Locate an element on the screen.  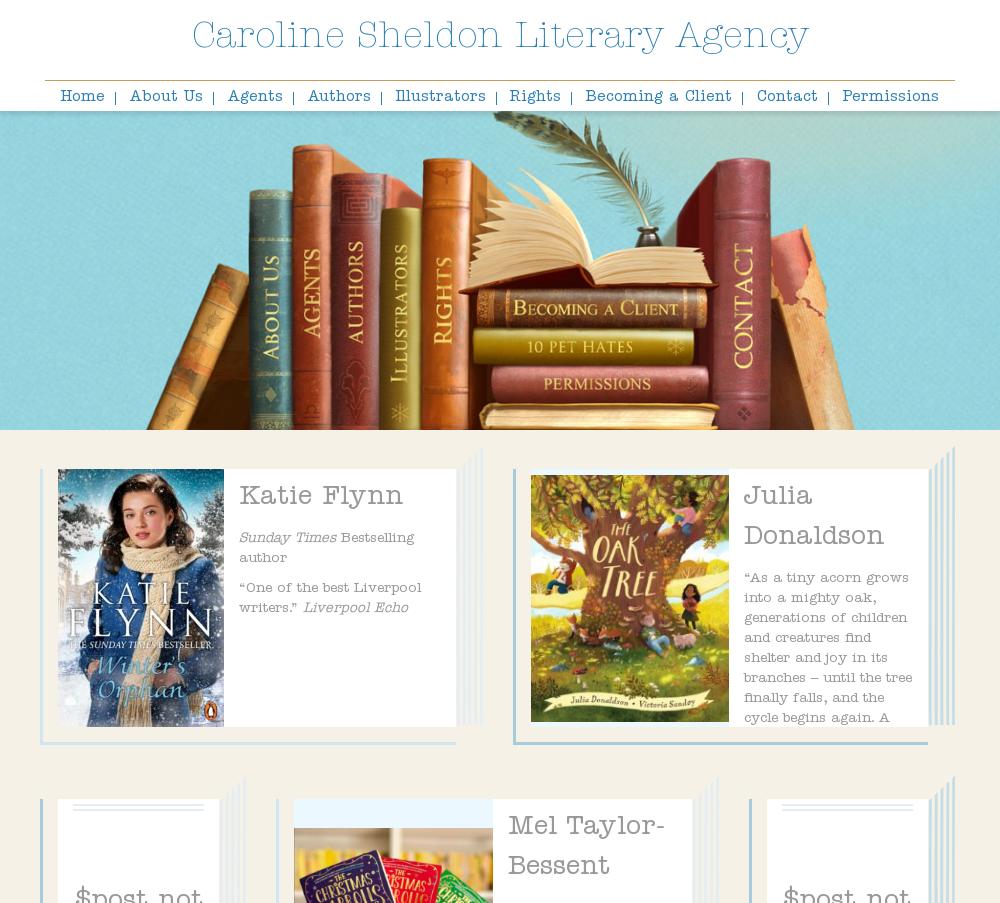
'Agents' is located at coordinates (226, 98).